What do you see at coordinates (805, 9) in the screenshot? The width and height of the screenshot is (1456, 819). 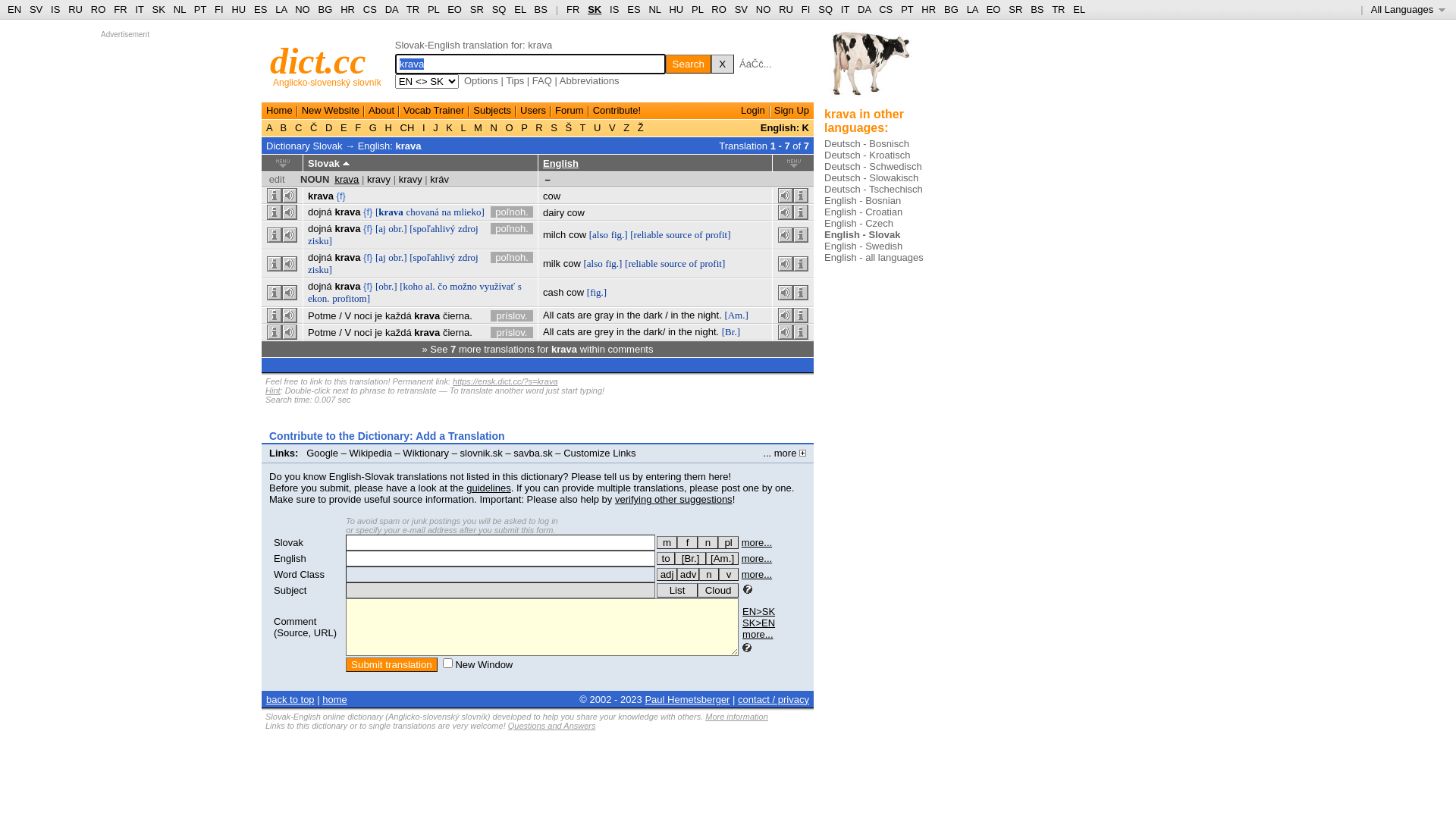 I see `'FI'` at bounding box center [805, 9].